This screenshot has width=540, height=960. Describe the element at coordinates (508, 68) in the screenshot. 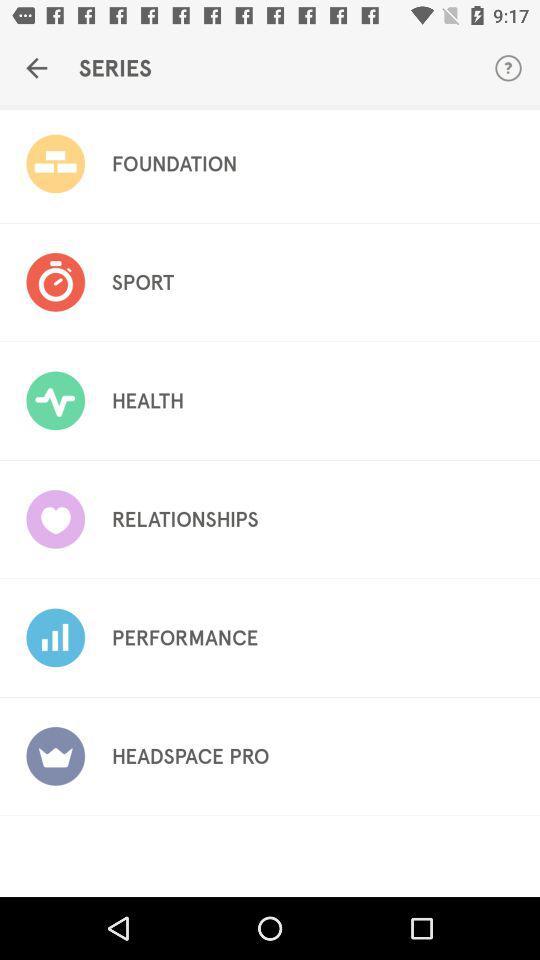

I see `icon to the right of series` at that location.